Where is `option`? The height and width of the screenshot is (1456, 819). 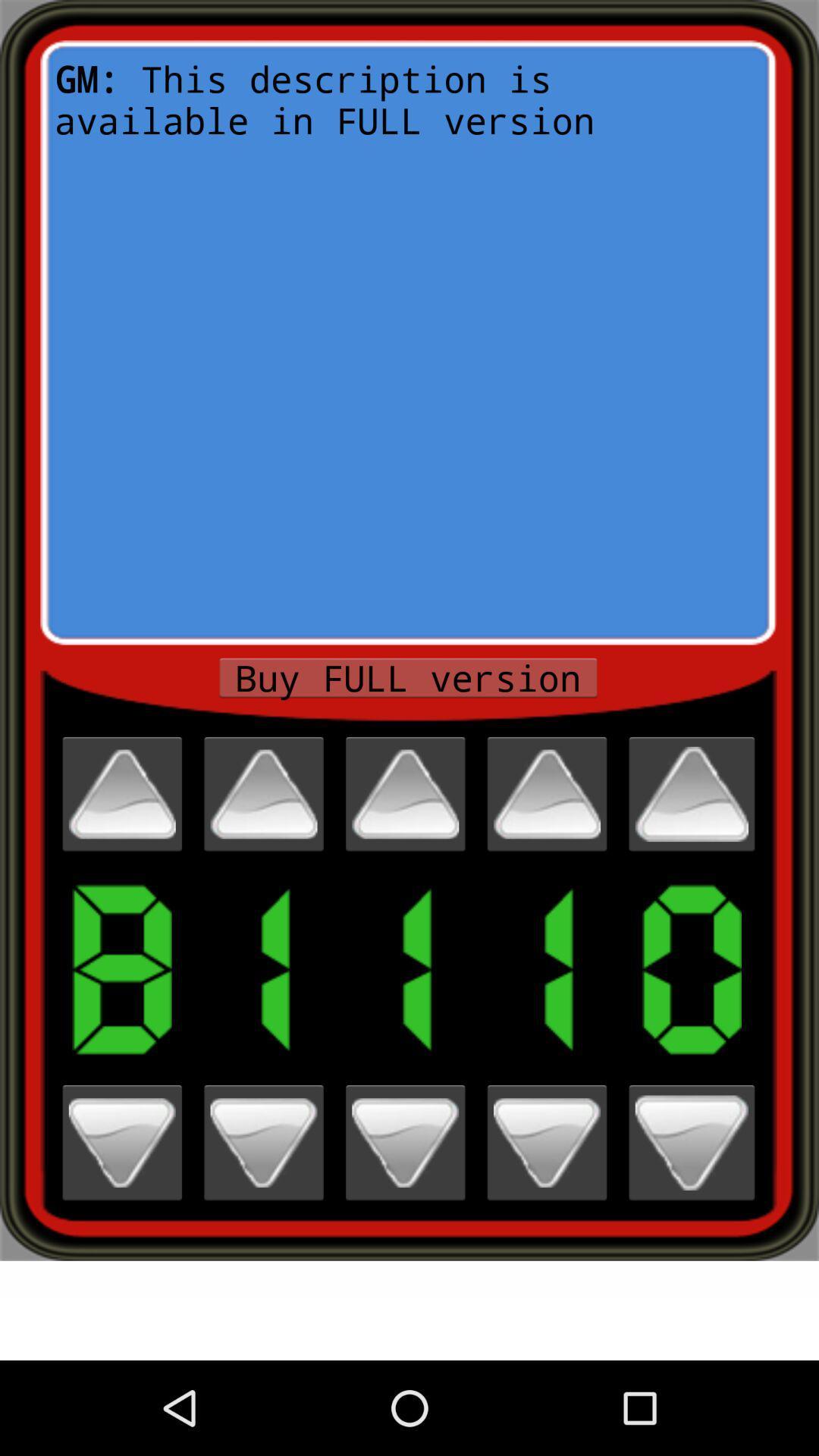
option is located at coordinates (692, 793).